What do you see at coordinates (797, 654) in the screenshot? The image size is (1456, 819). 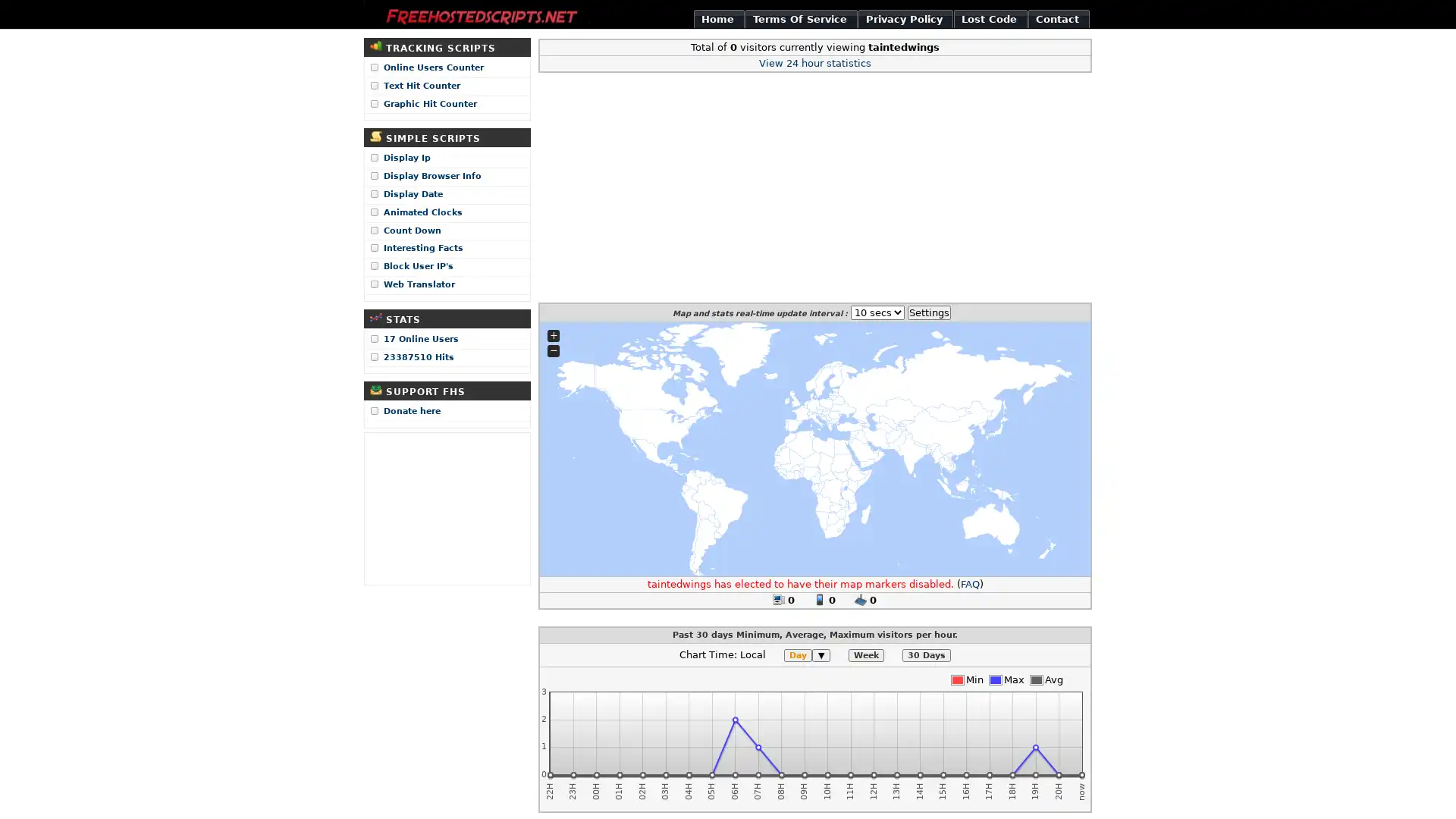 I see `Day` at bounding box center [797, 654].